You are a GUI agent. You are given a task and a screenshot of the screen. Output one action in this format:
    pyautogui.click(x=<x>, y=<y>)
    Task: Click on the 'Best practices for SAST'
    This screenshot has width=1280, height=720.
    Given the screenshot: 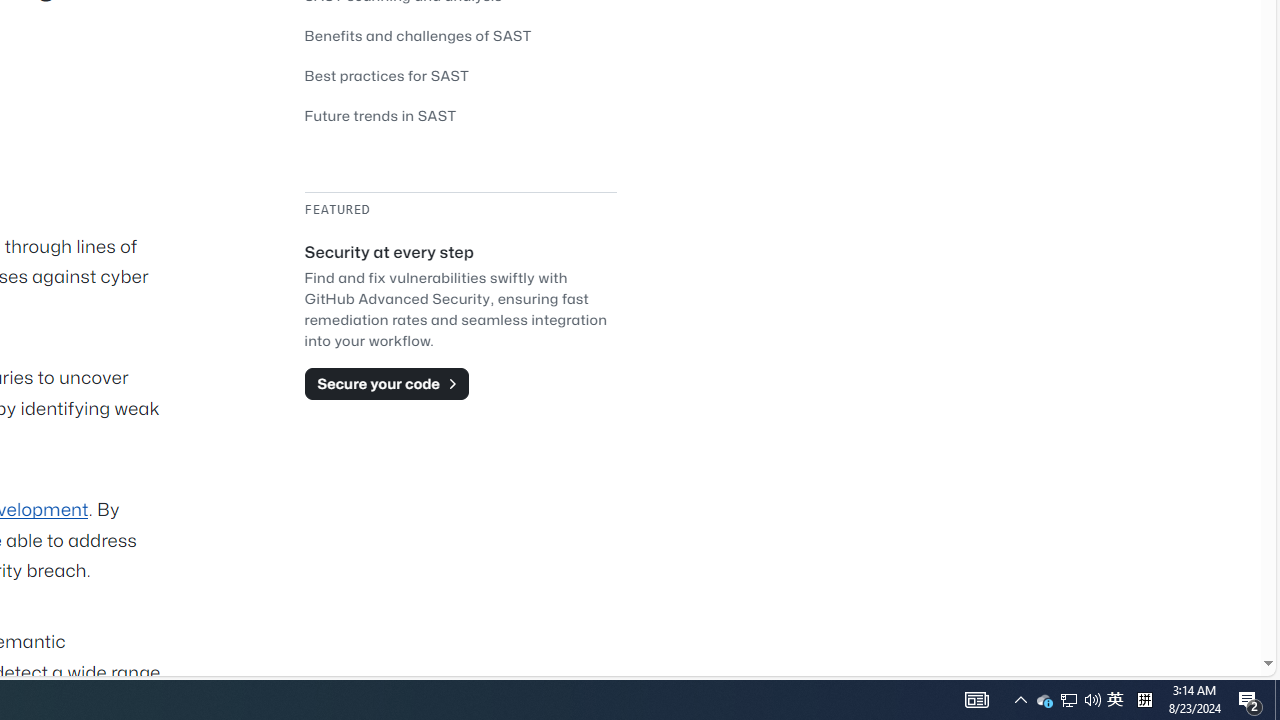 What is the action you would take?
    pyautogui.click(x=387, y=74)
    